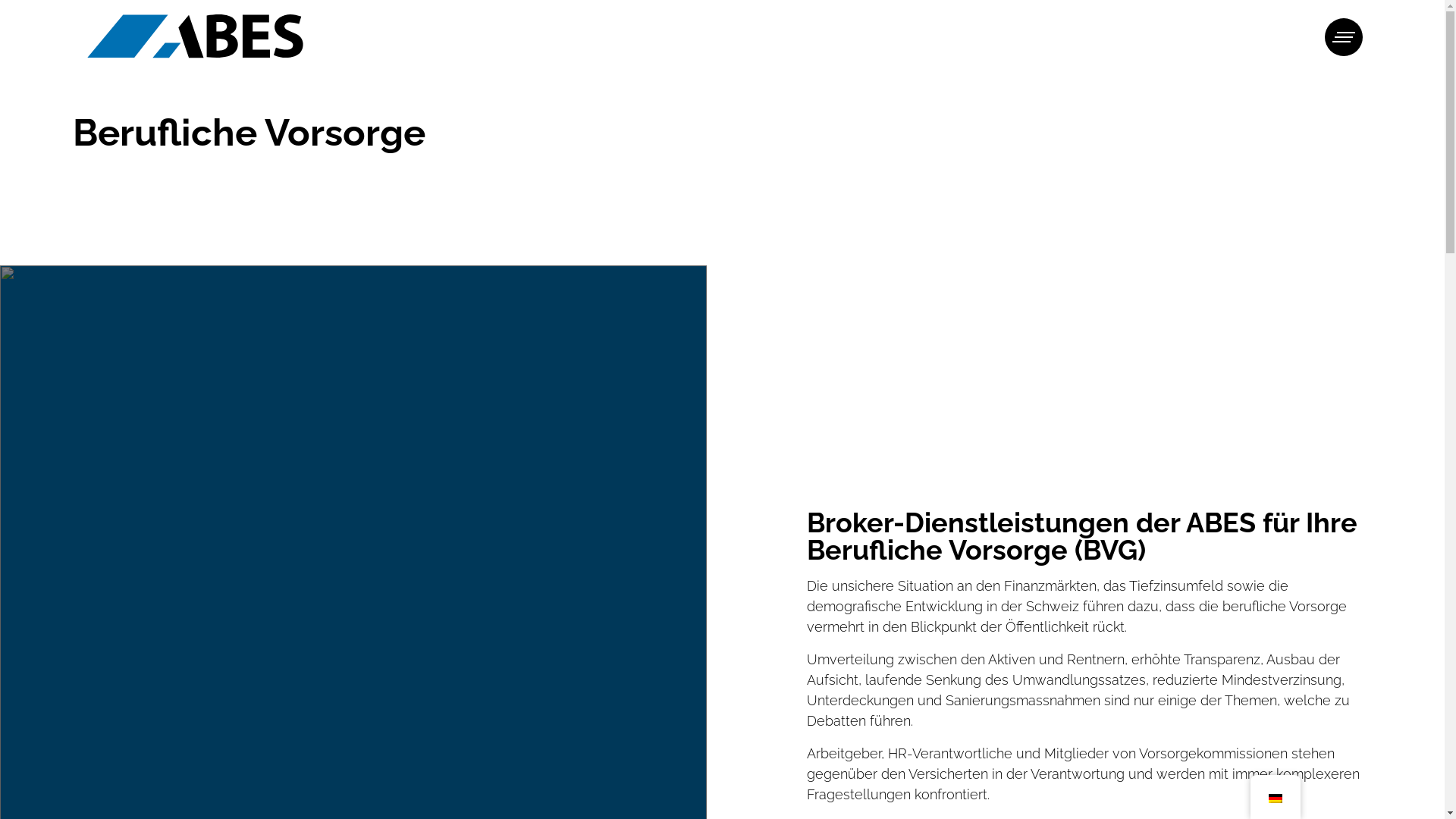 The height and width of the screenshot is (819, 1456). Describe the element at coordinates (1274, 798) in the screenshot. I see `'German'` at that location.